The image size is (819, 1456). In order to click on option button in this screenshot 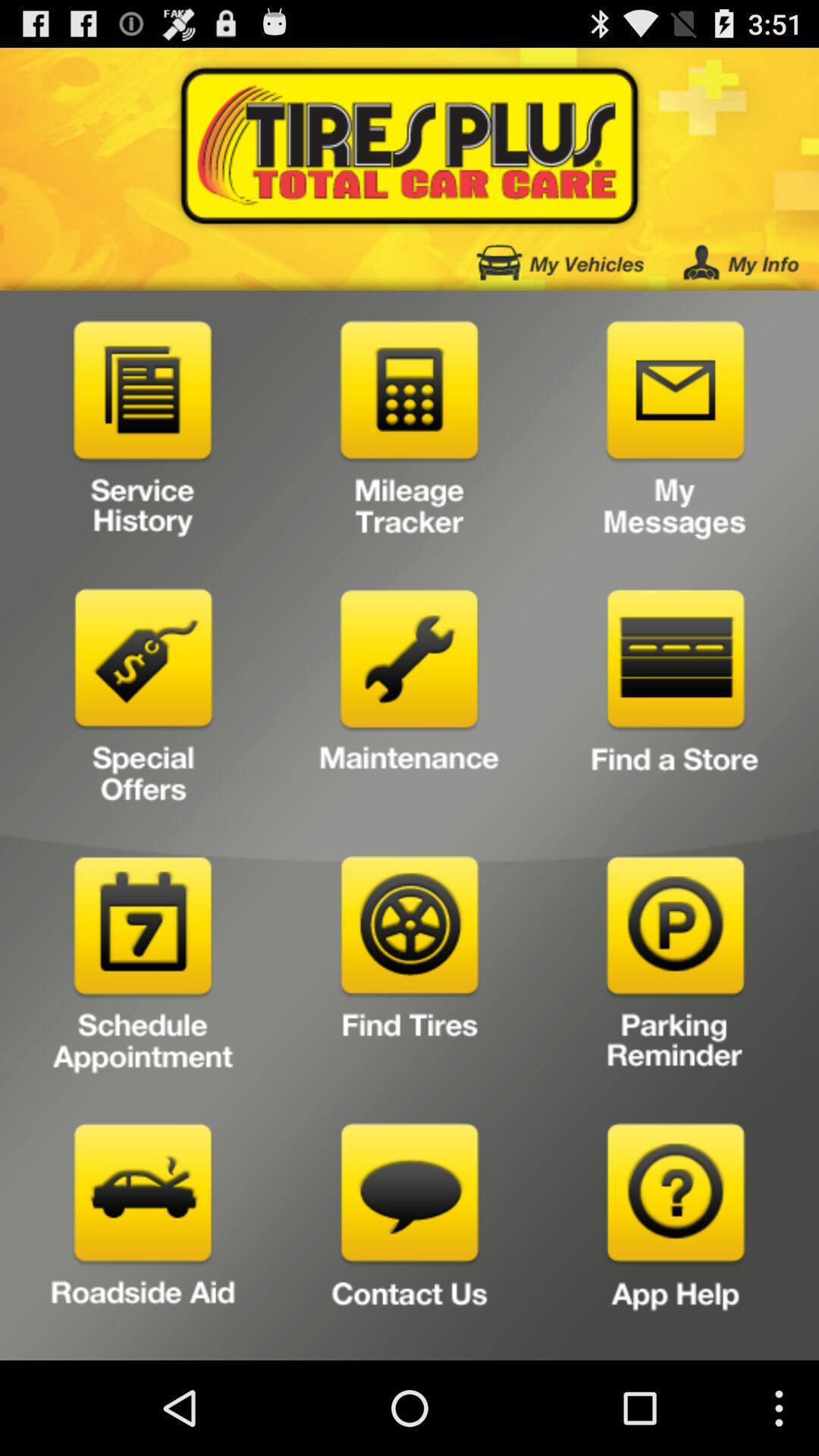, I will do `click(675, 968)`.